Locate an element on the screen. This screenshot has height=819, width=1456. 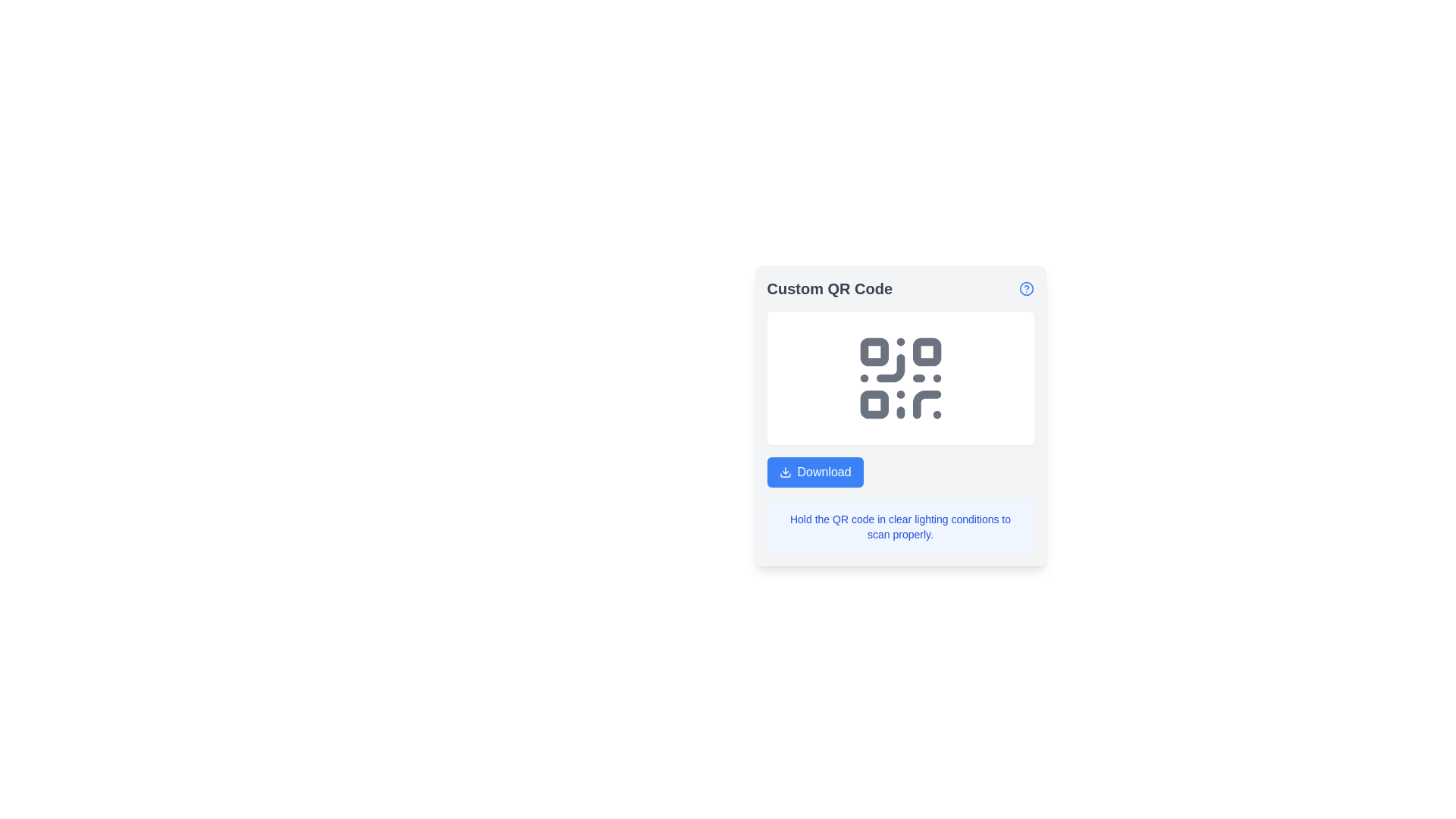
the QR code graphical icon element for scanning by moving the cursor to its center point is located at coordinates (900, 377).